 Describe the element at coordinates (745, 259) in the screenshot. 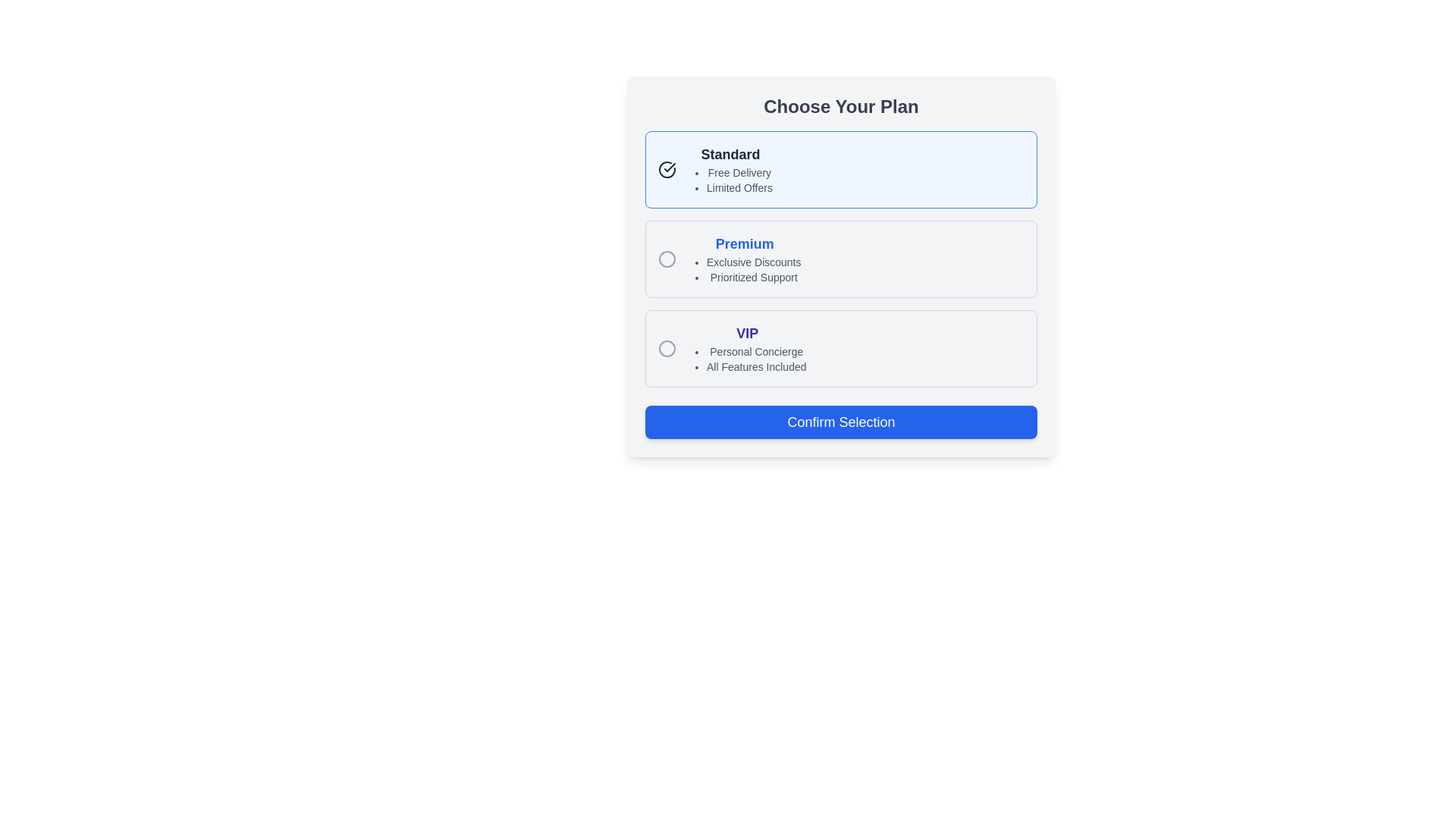

I see `'Premium' subscription tier element located in the middle of the vertically aligned list, positioned between the 'Standard' and 'VIP' plans` at that location.